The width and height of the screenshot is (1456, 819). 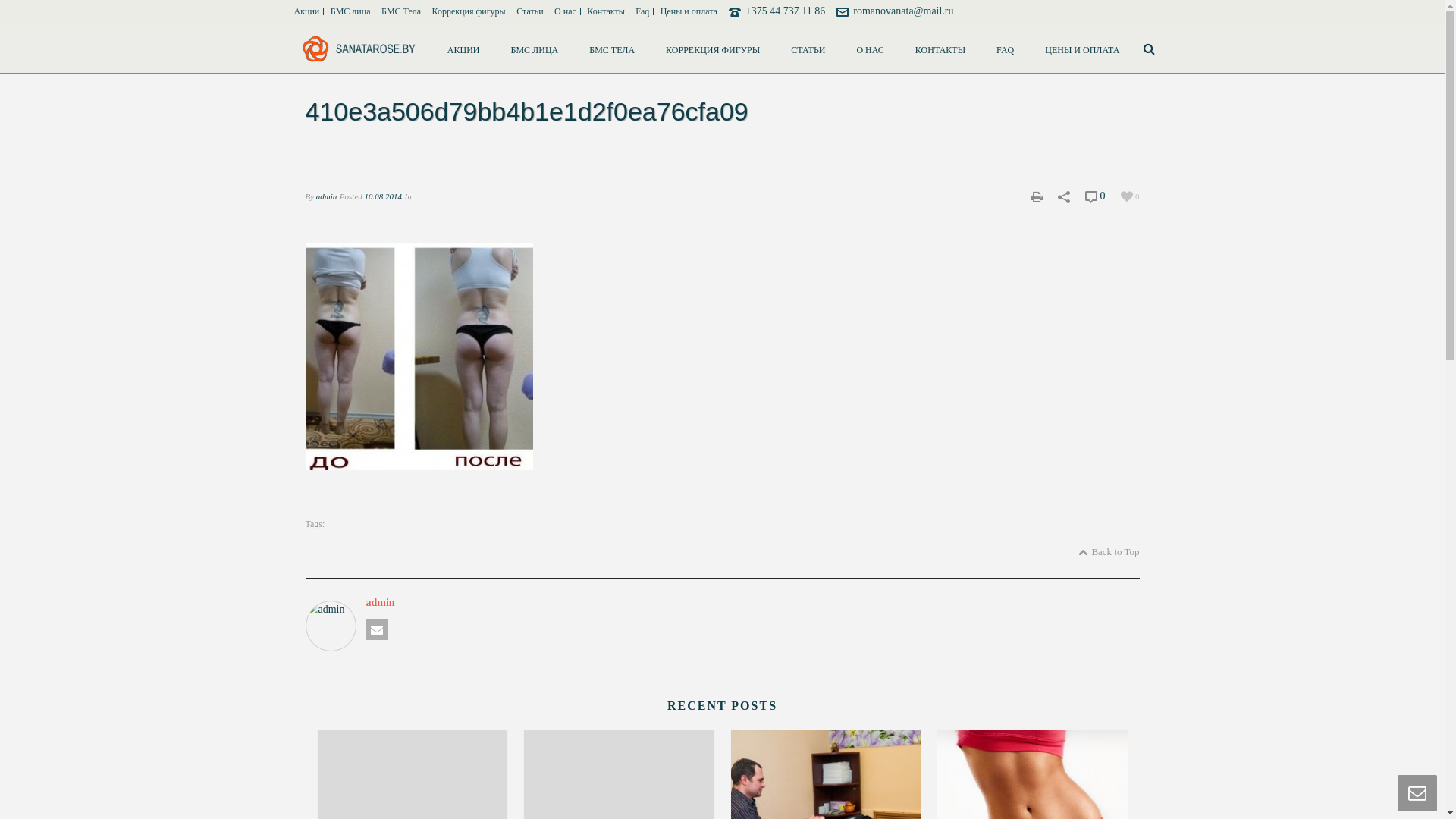 I want to click on '10.08.2014', so click(x=383, y=195).